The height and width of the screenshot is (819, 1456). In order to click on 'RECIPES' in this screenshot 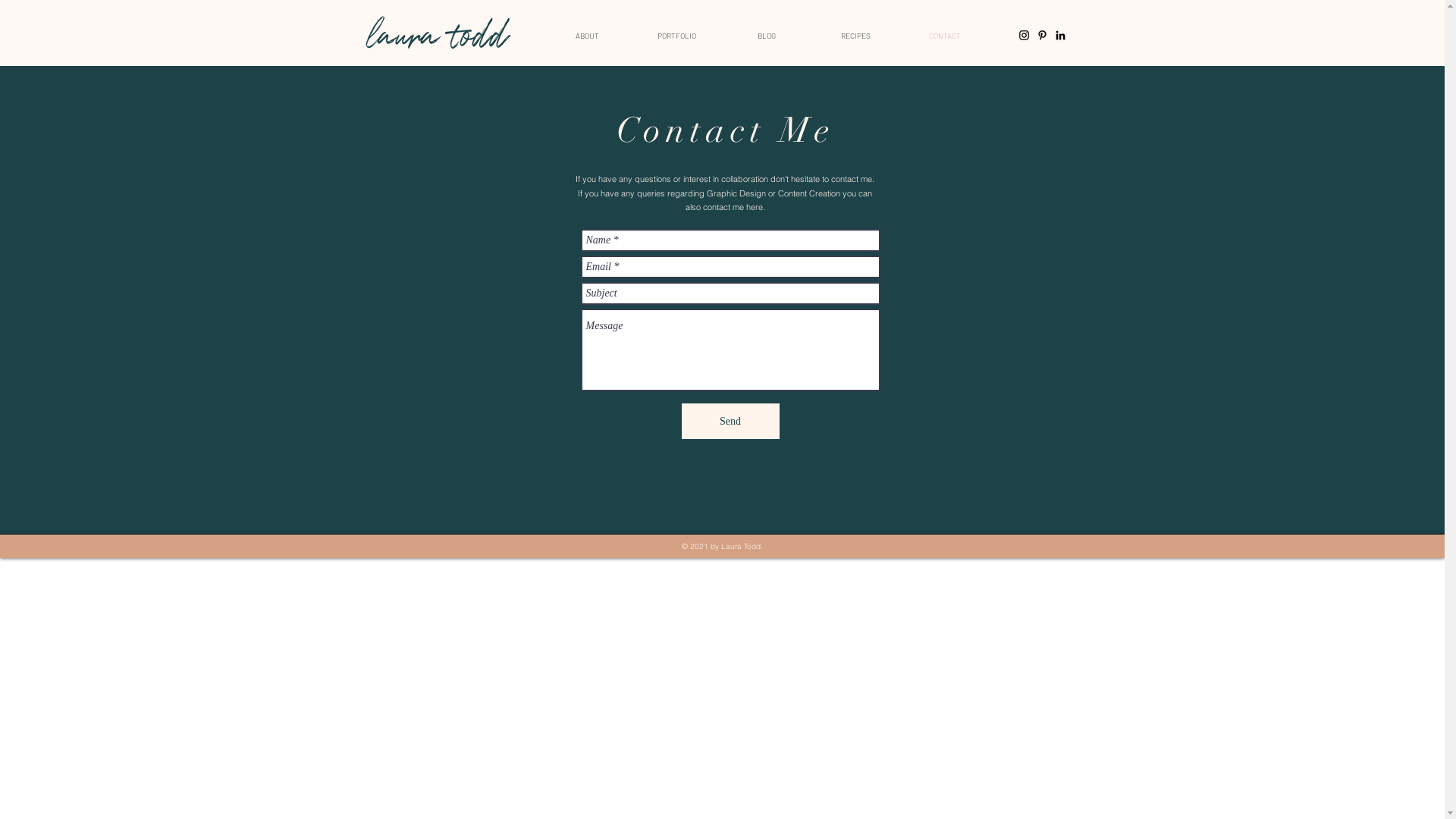, I will do `click(855, 34)`.